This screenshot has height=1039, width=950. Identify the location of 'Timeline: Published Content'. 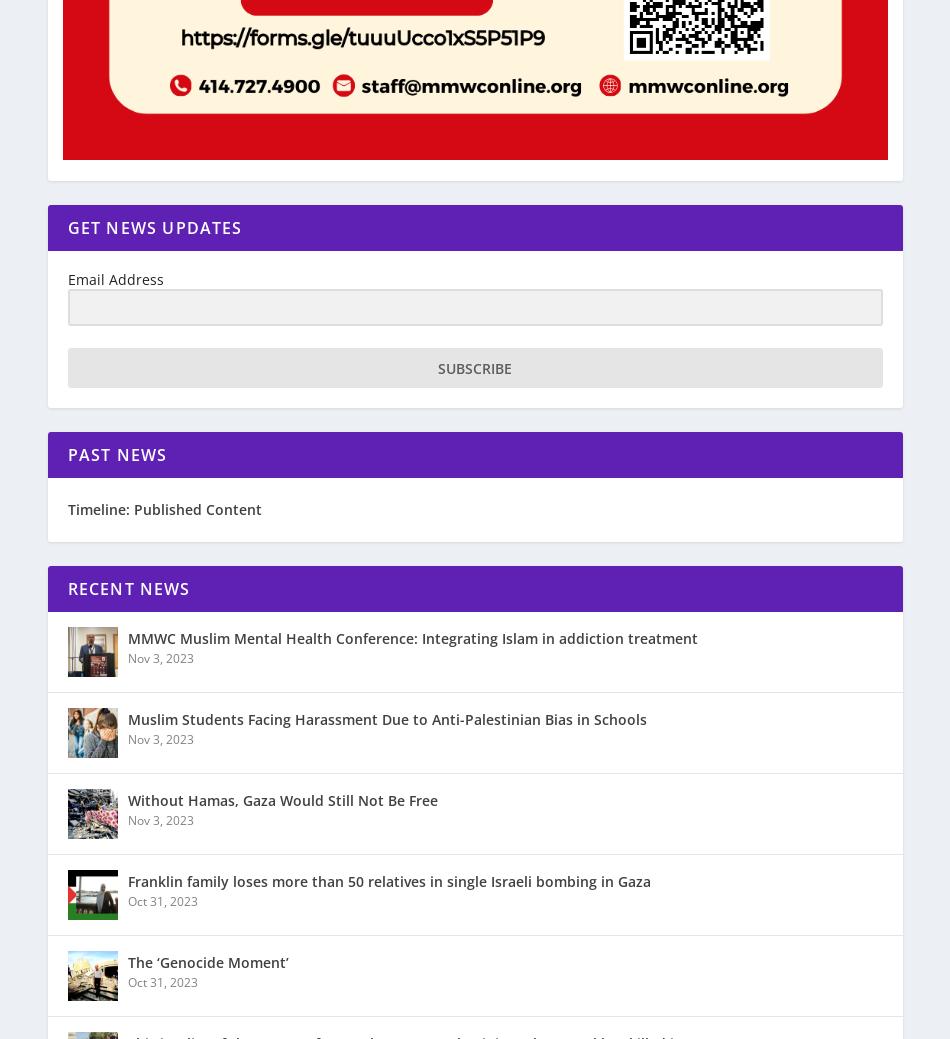
(163, 508).